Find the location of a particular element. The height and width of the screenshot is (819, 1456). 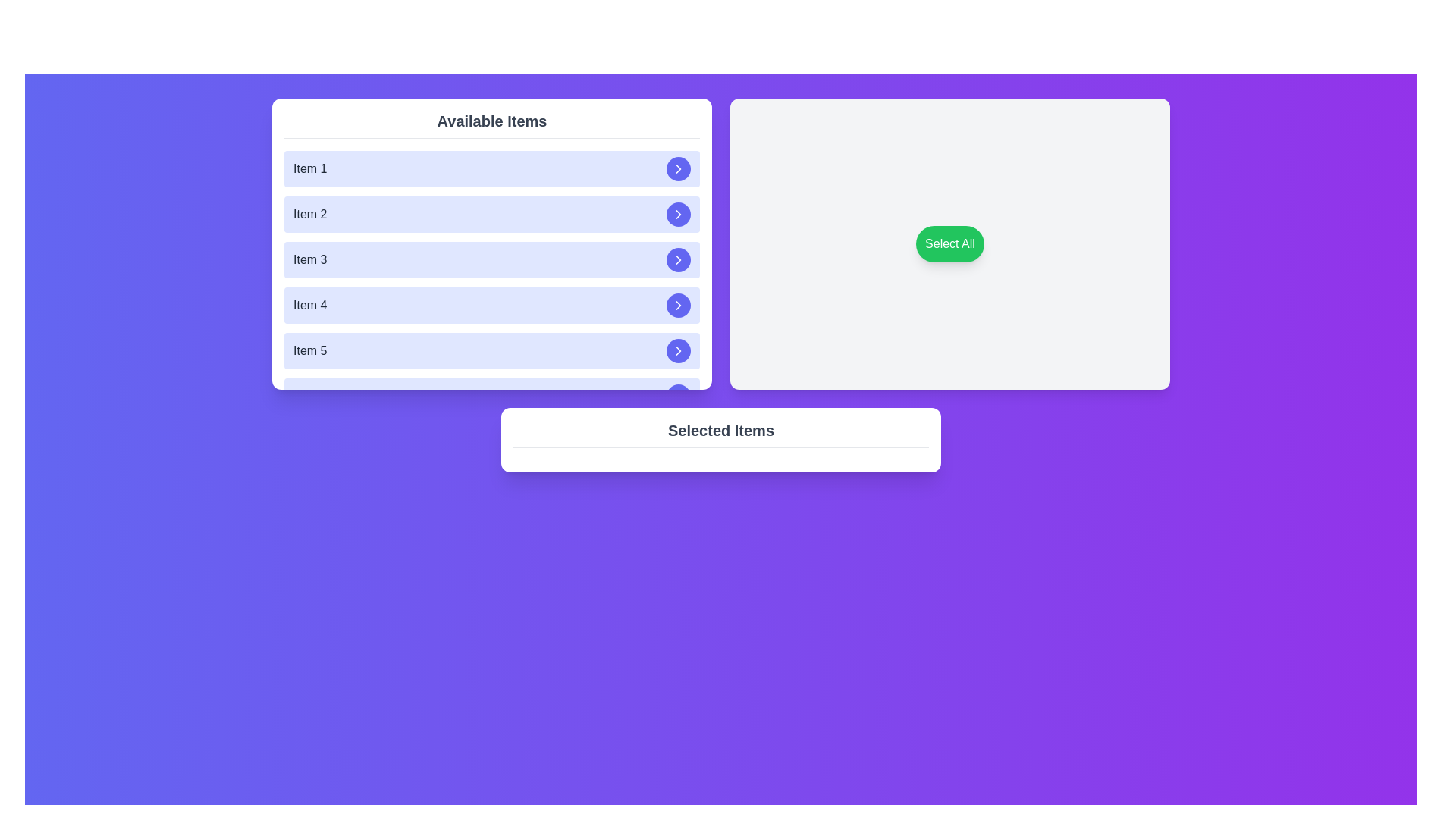

the small chevron icon pointing to the right, which is part of a blue circular button aligned to the right side of the second row labeled 'Available Items' is located at coordinates (677, 214).